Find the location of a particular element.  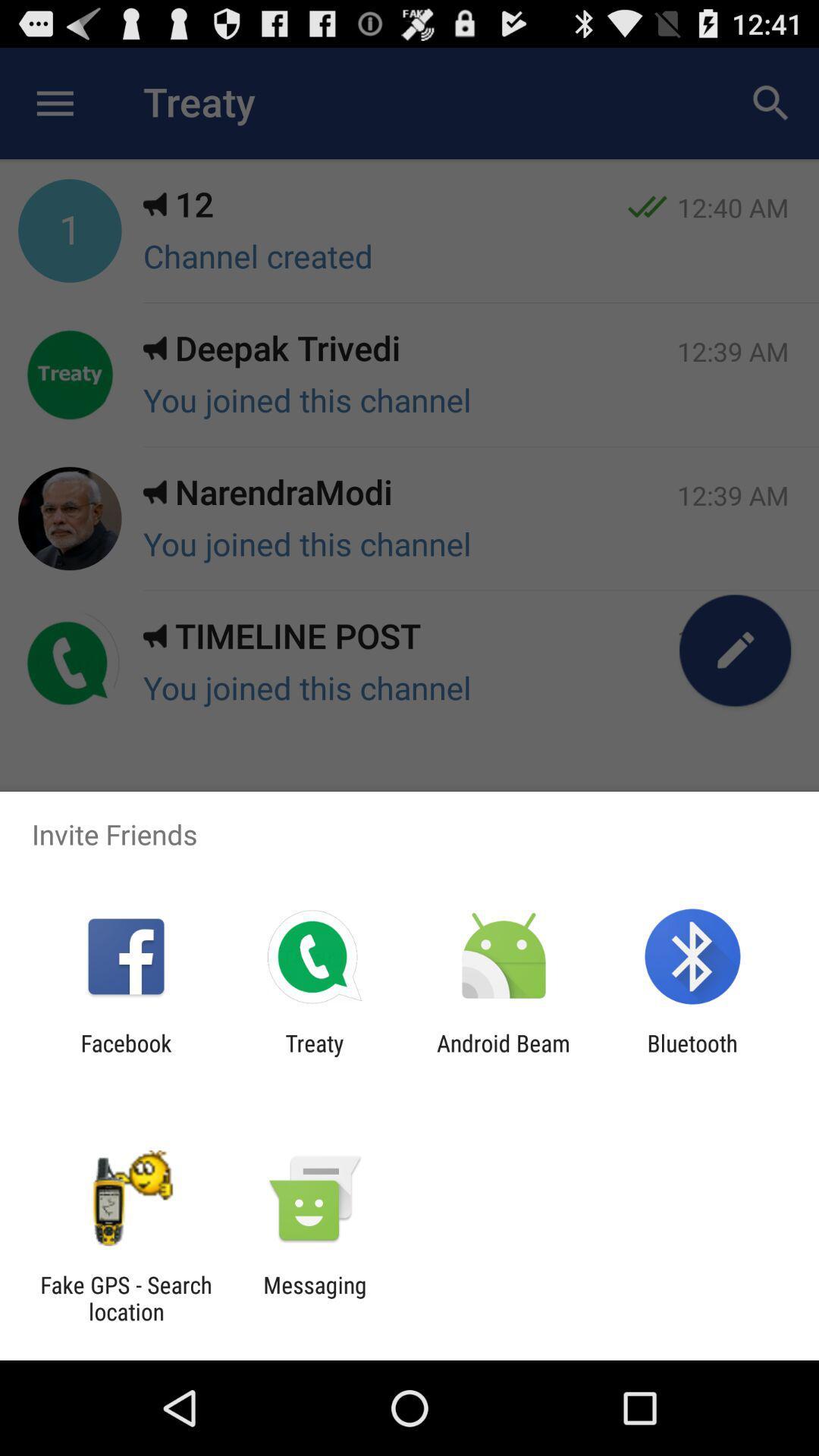

the icon next to the fake gps search app is located at coordinates (314, 1298).